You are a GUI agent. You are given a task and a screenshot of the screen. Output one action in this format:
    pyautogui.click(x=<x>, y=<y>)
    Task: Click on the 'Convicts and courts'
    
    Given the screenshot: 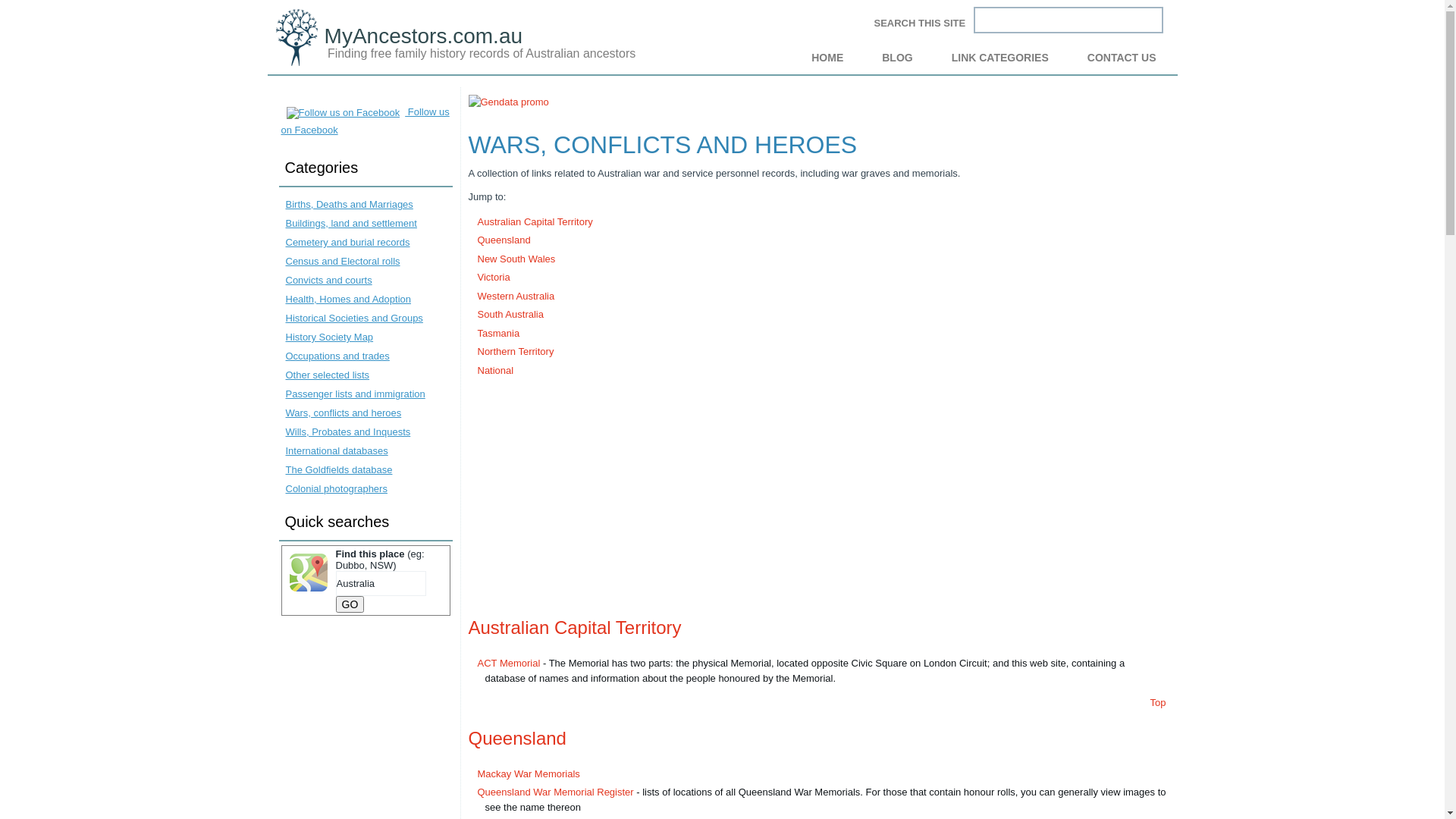 What is the action you would take?
    pyautogui.click(x=327, y=280)
    